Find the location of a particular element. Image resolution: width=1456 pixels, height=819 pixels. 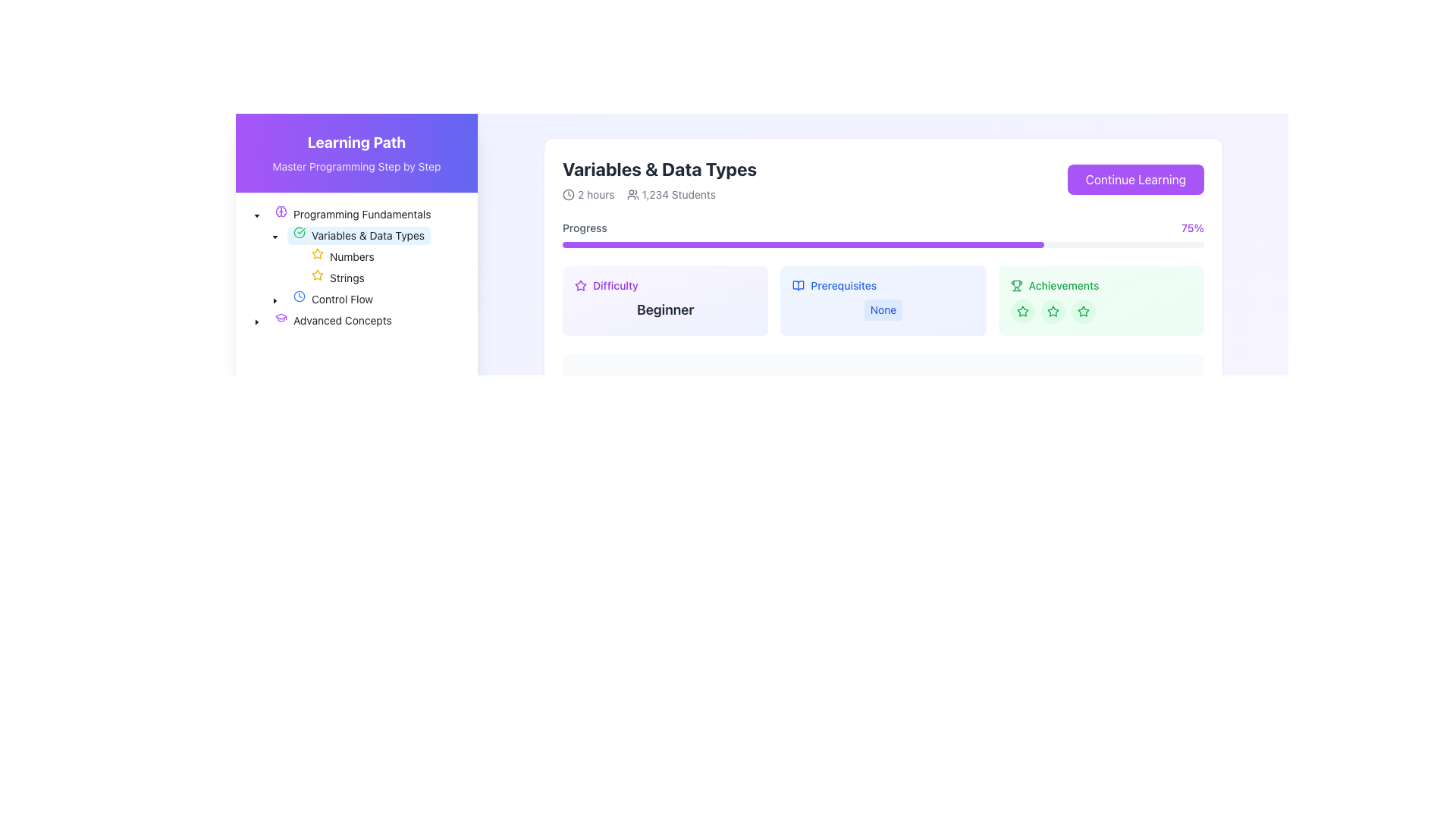

the informational display label that indicates the prerequisites required for the course, located in the central area of the three-column grid below the progress bar is located at coordinates (883, 301).